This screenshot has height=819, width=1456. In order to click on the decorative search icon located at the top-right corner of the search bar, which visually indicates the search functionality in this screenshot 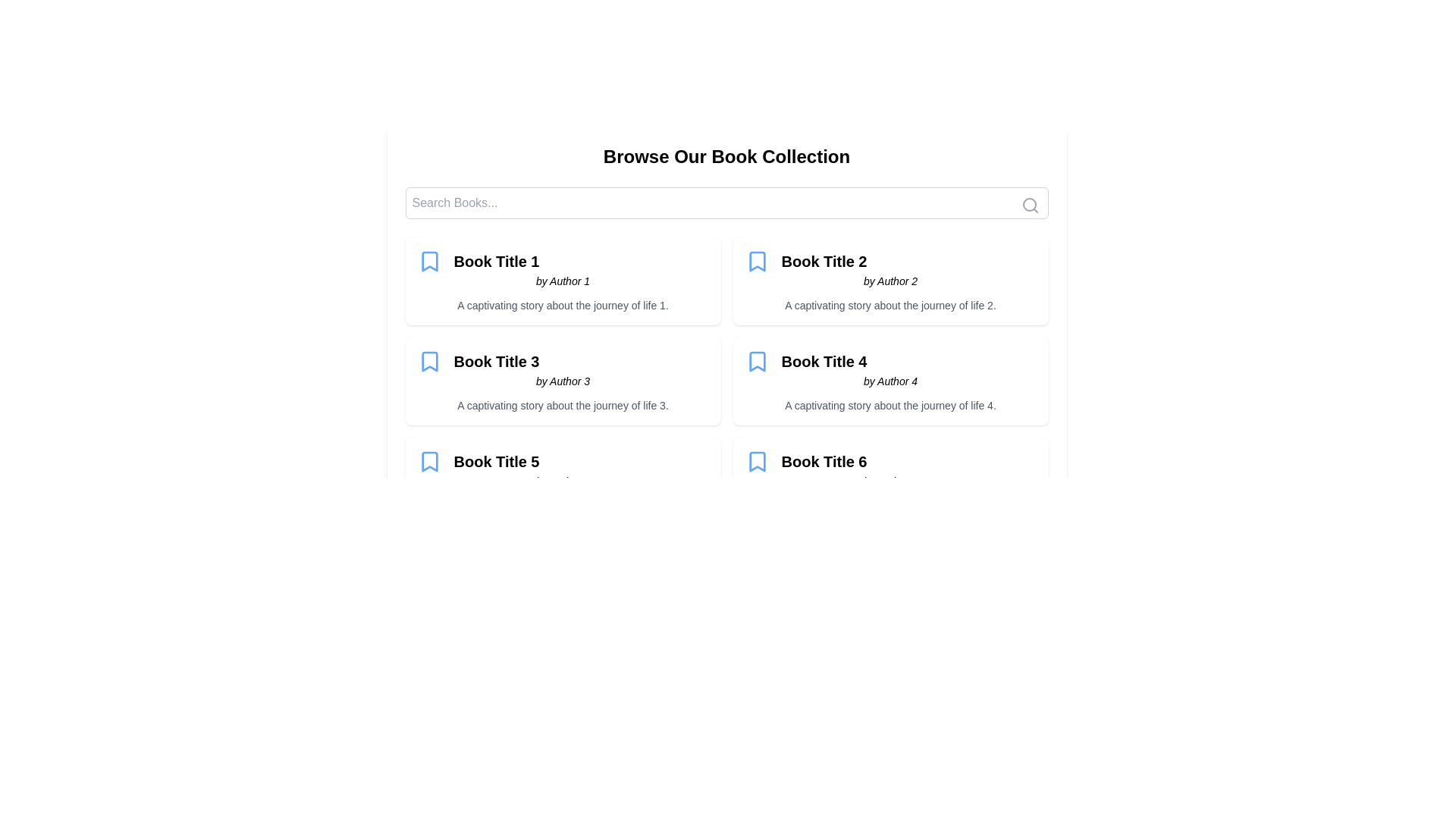, I will do `click(1030, 205)`.